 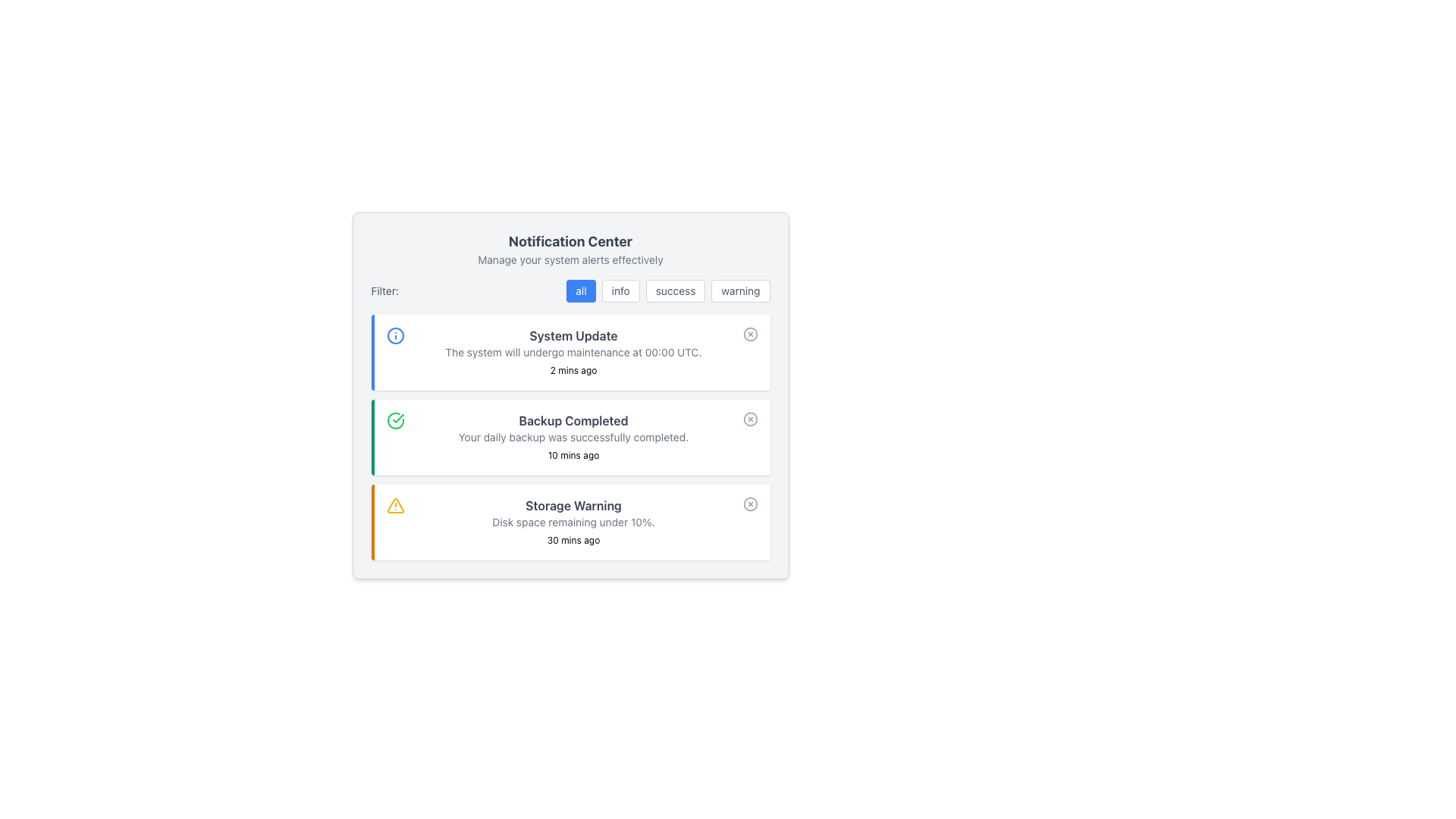 I want to click on the 'info' button to filter notifications to show only informational notifications in the notification management panel, so click(x=620, y=291).